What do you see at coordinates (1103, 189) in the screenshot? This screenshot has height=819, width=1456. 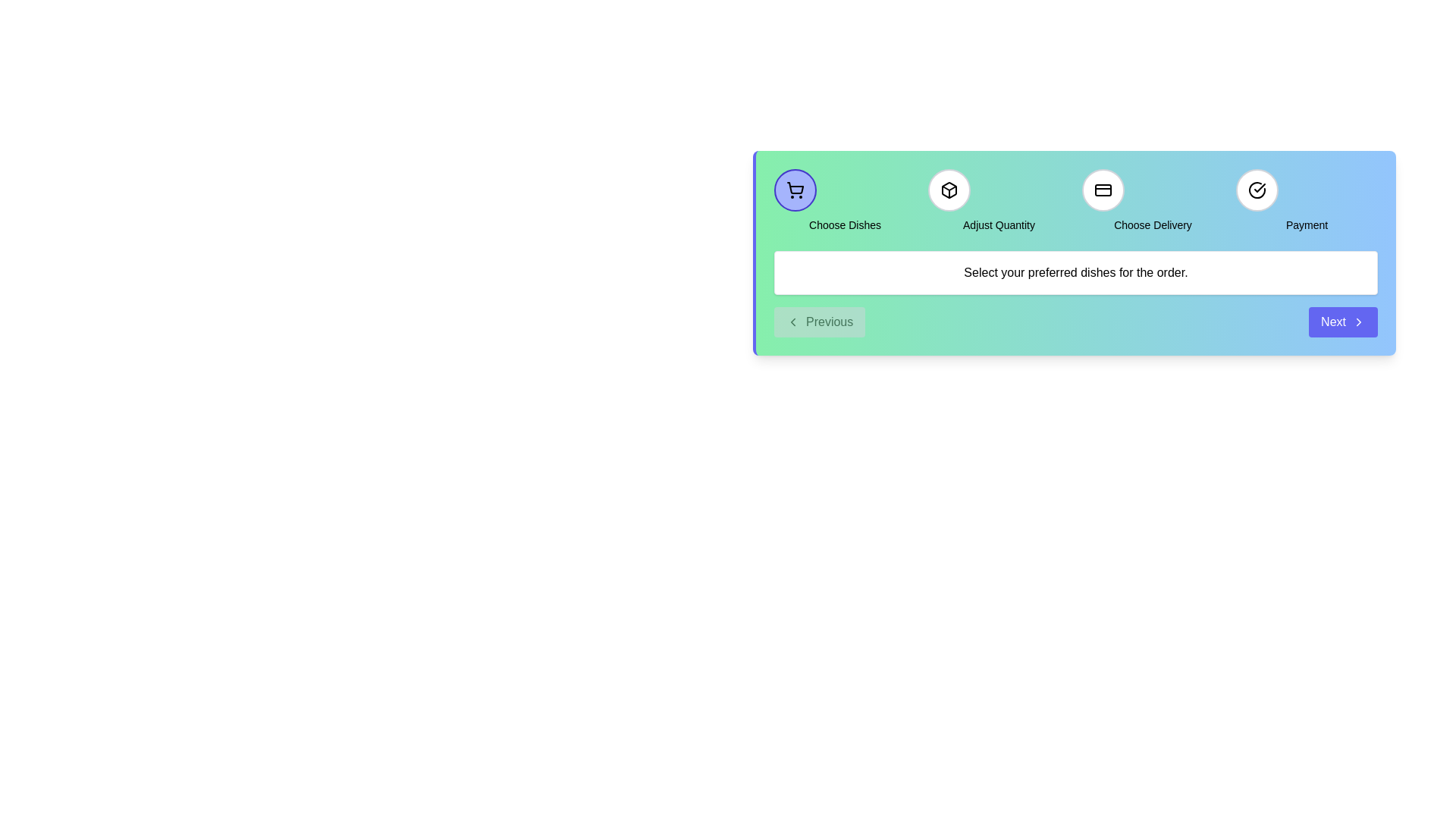 I see `the third credit card-like icon from the left, which is located inside a circular button at the top of the multi-step order process interface` at bounding box center [1103, 189].